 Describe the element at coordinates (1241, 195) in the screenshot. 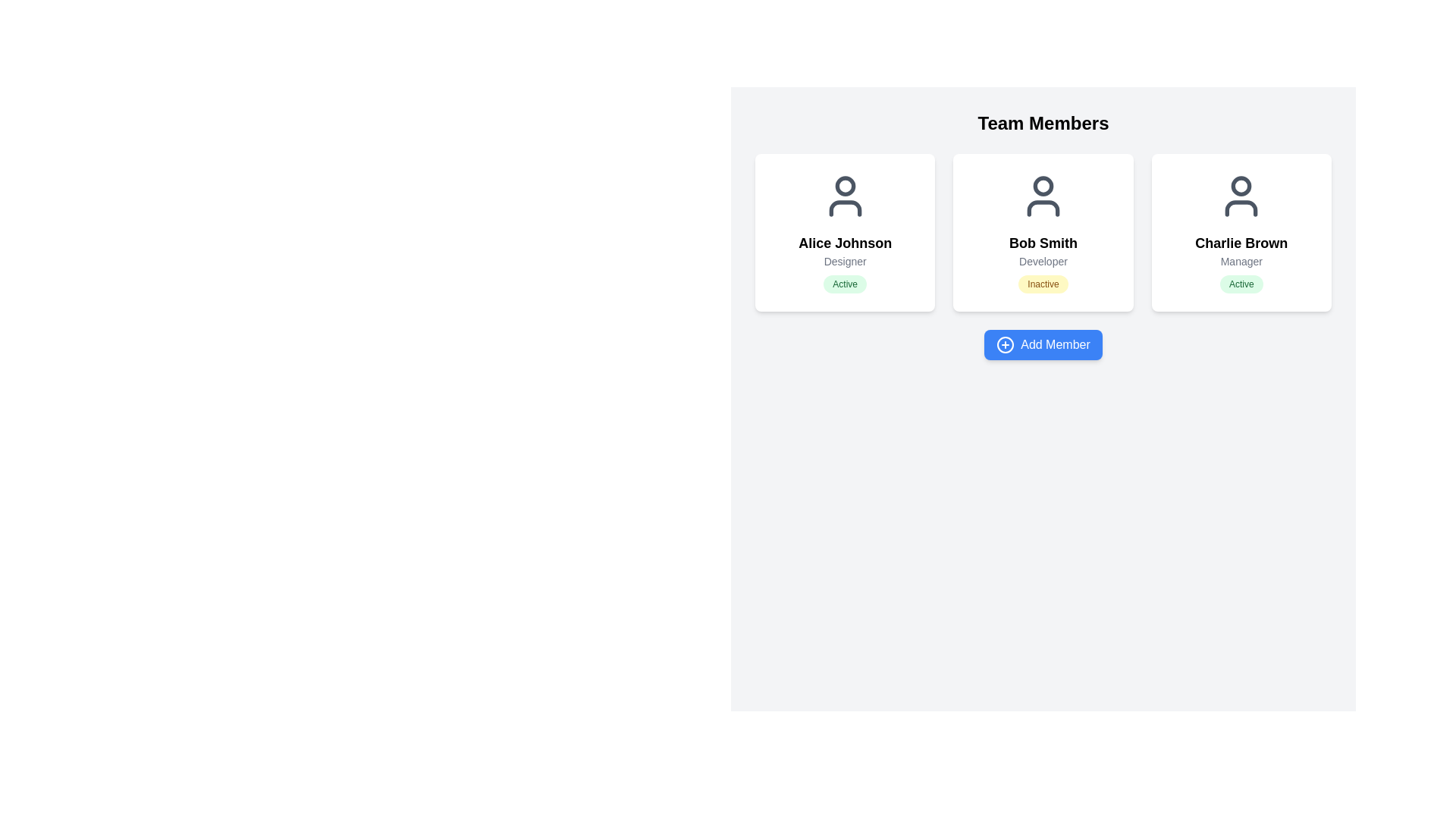

I see `the appearance of the user profile icon that resembles a circular head atop a U-shaped body, located at the top center of the card for Charlie Brown, above the name and designation` at that location.